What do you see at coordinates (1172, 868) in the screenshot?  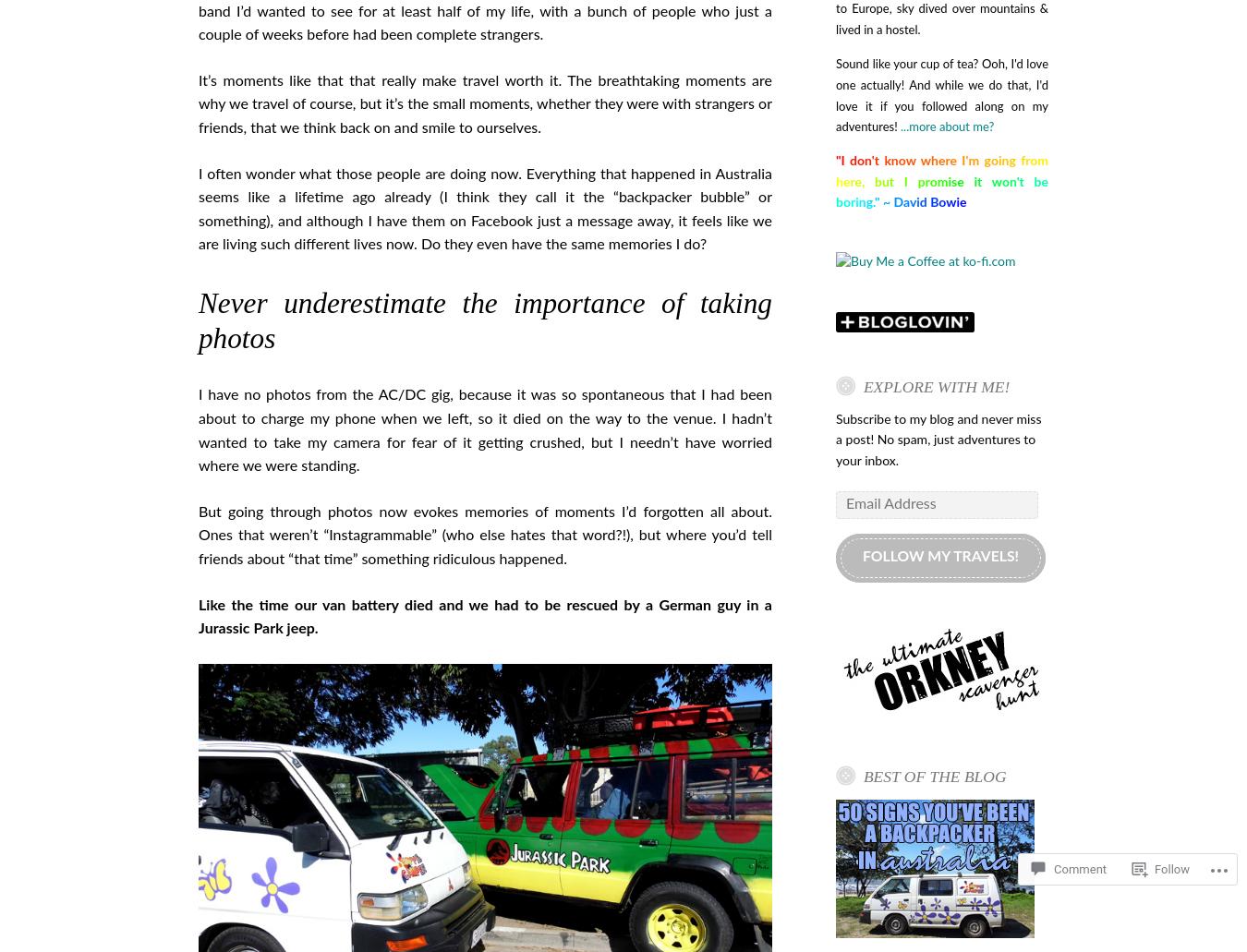 I see `'Follow'` at bounding box center [1172, 868].